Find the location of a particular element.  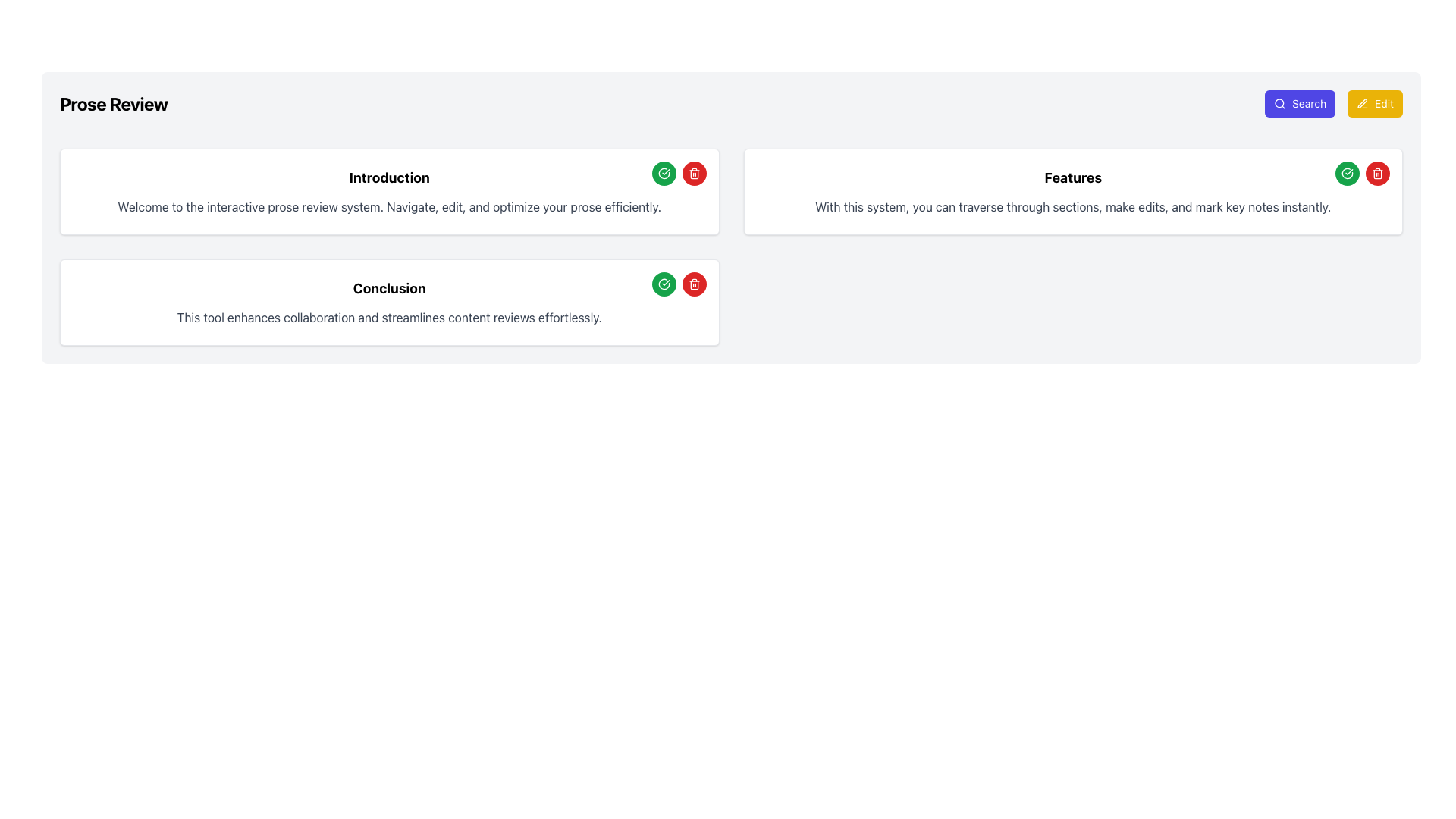

the text block containing the message 'Welcome to the interactive prose review system.' which is styled with gray text color and positioned below the heading 'Introduction' is located at coordinates (389, 207).